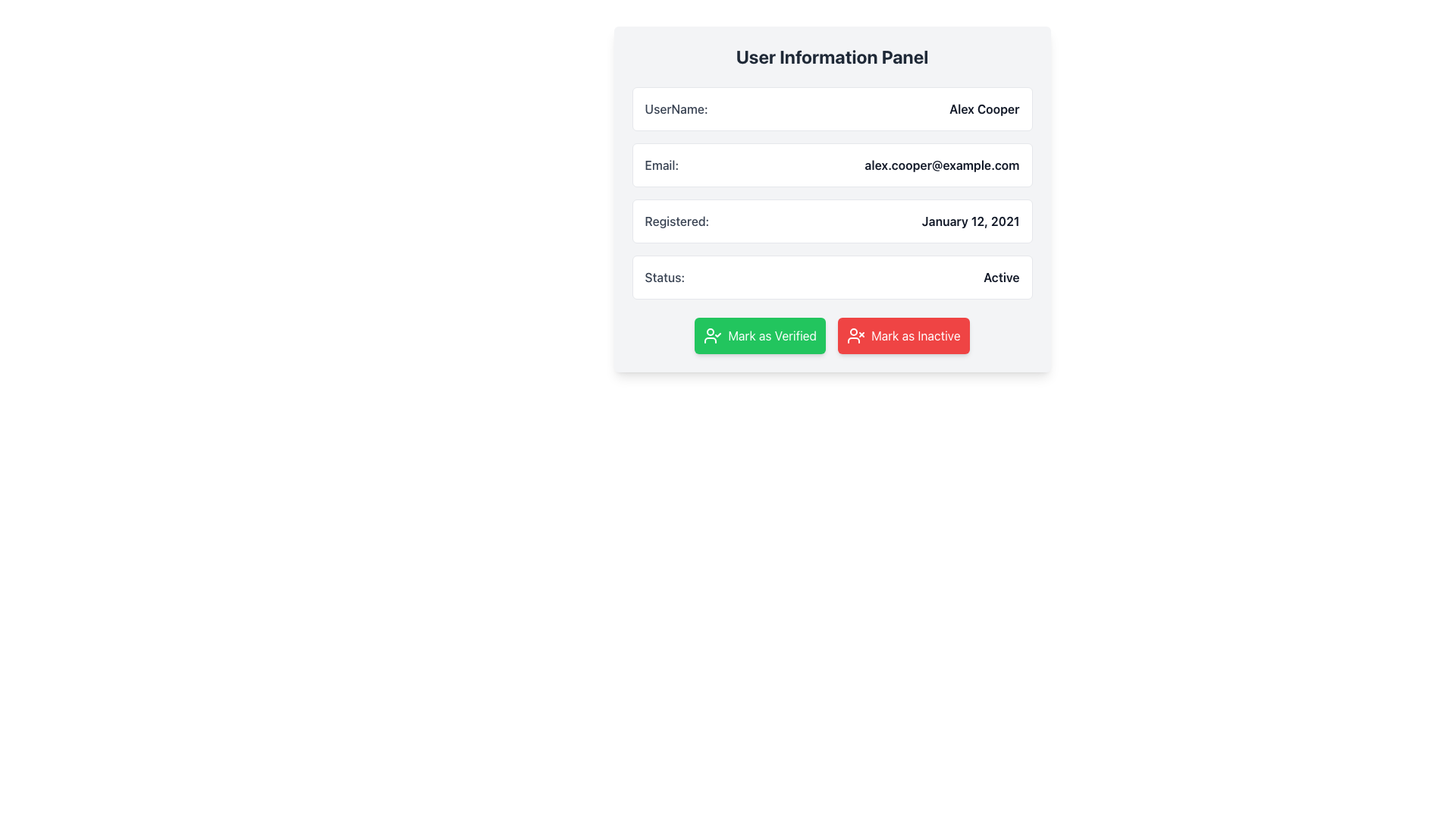 This screenshot has width=1456, height=819. I want to click on the email display field that shows the email address 'alex.cooper@example.com' in the User Information Panel, so click(831, 165).